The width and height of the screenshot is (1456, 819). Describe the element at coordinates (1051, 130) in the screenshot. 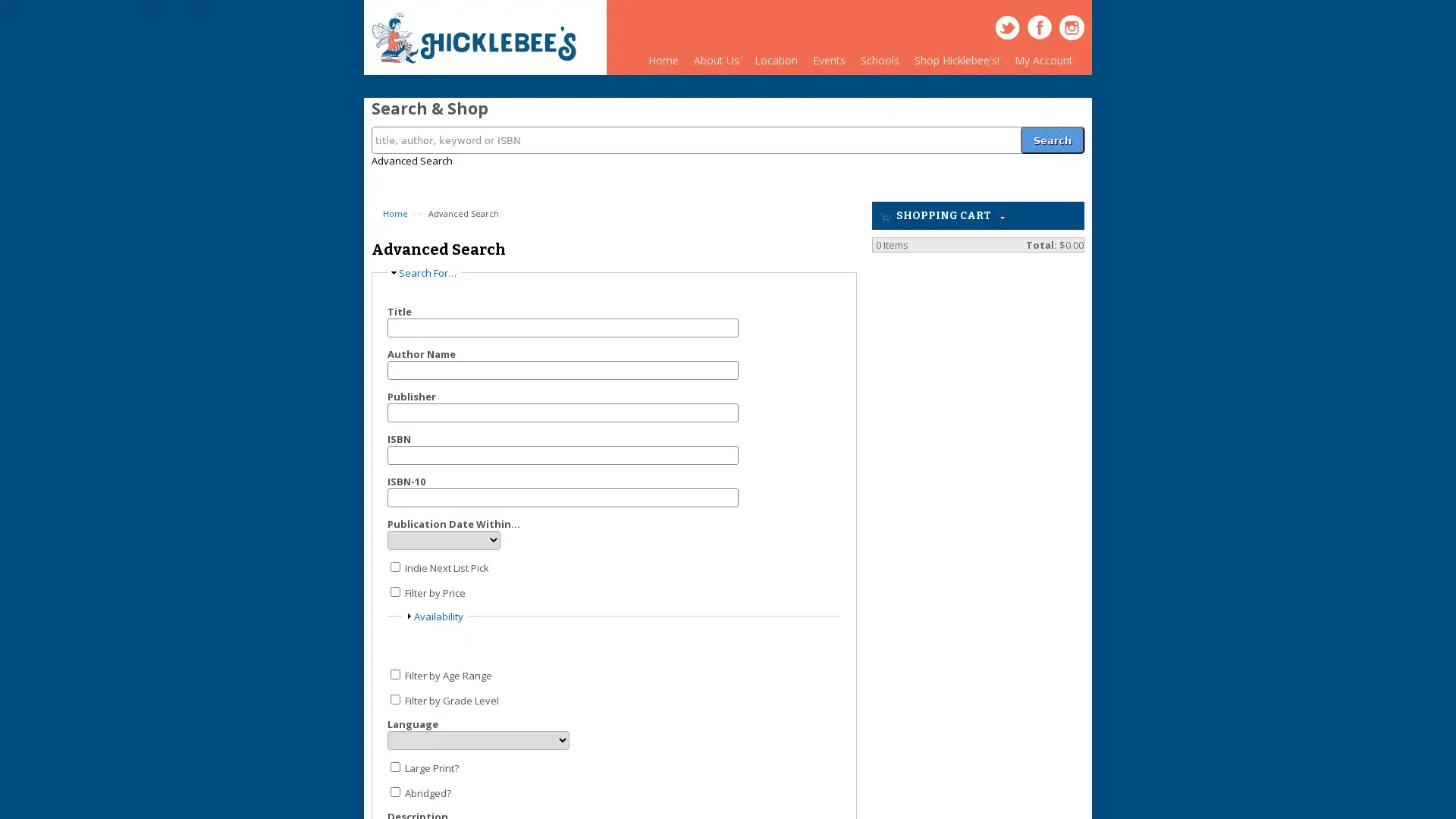

I see `Search` at that location.